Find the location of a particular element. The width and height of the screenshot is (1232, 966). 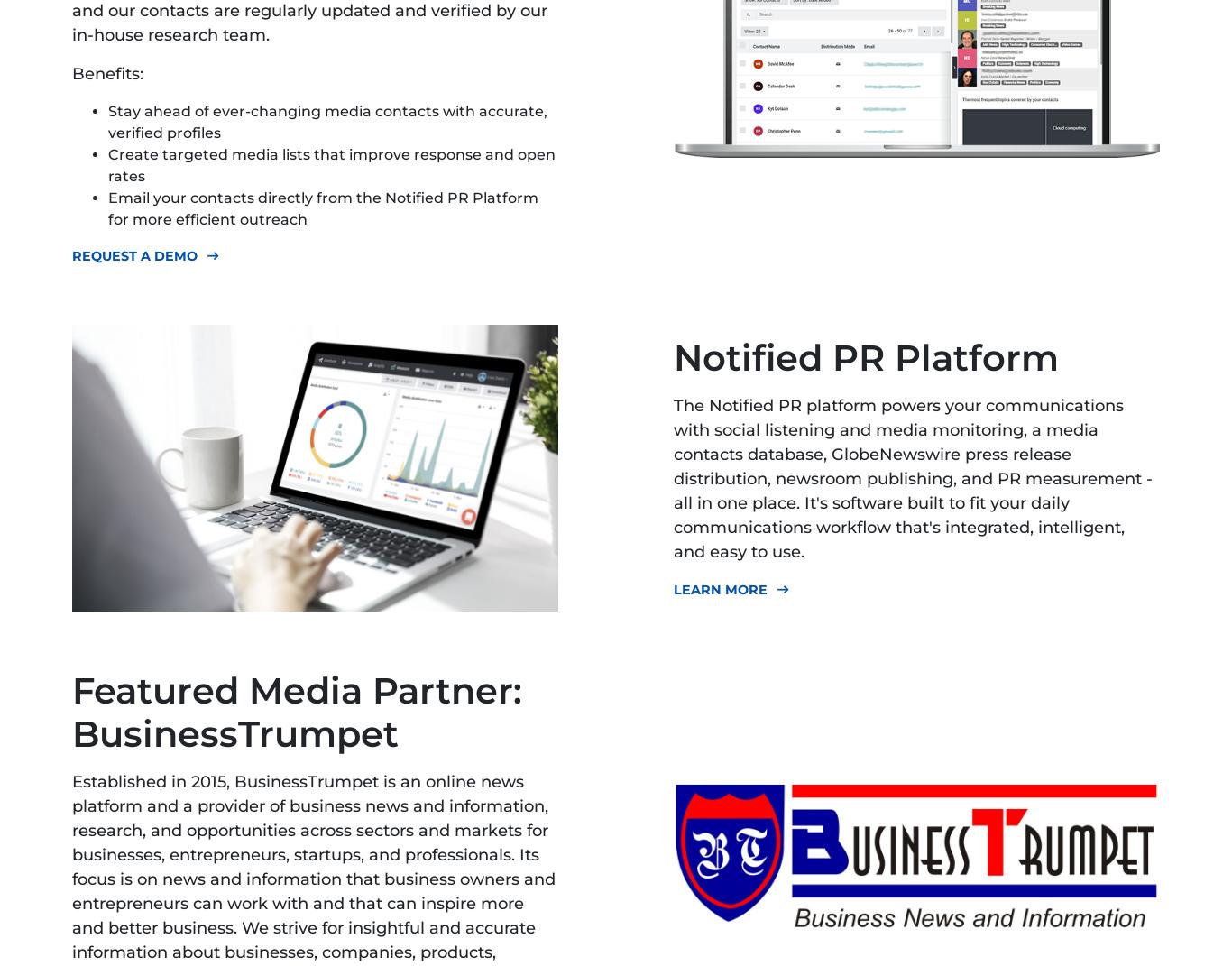

'Request A Demo' is located at coordinates (133, 256).